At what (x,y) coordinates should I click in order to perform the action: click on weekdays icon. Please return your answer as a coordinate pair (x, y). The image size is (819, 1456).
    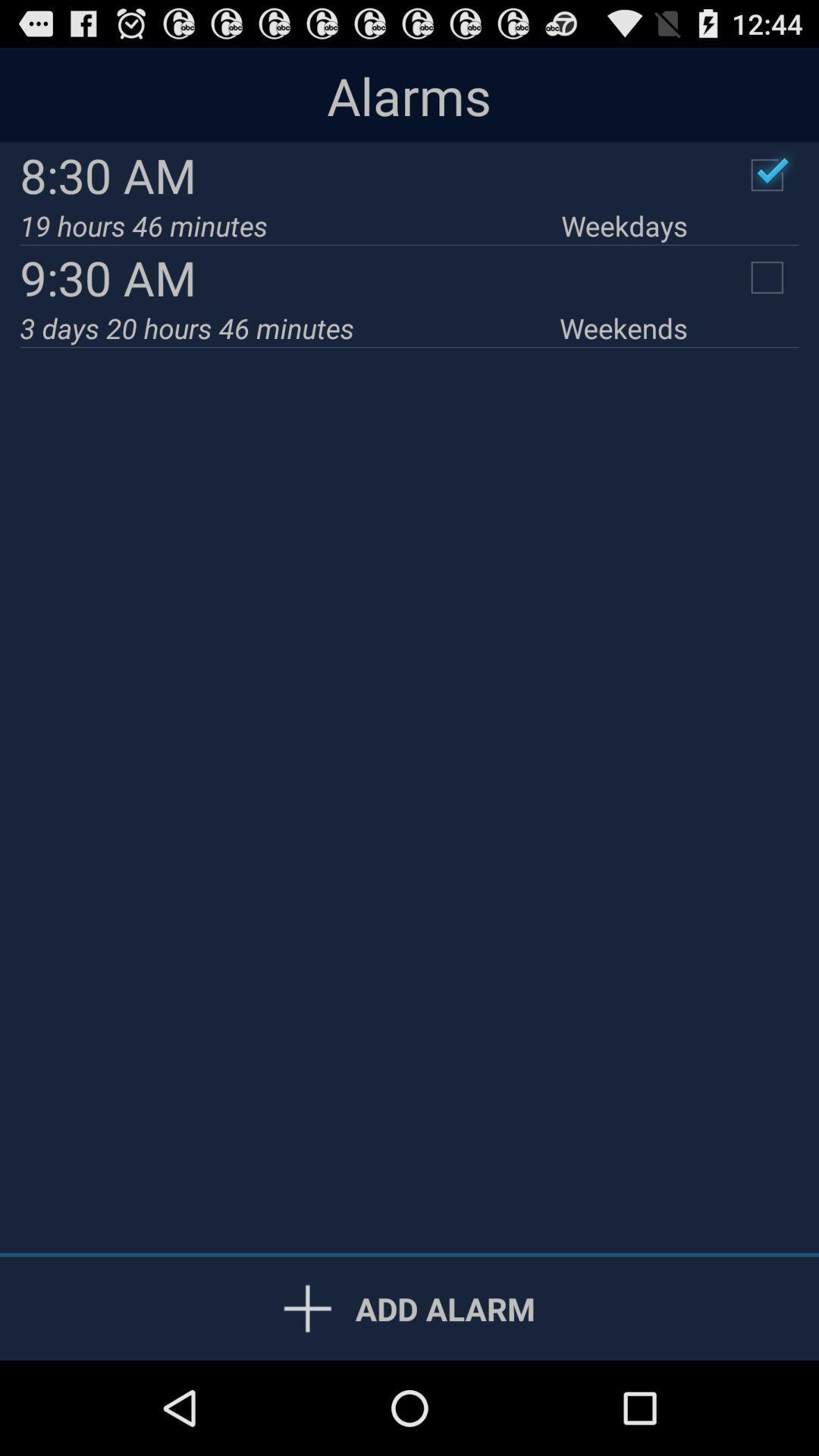
    Looking at the image, I should click on (624, 224).